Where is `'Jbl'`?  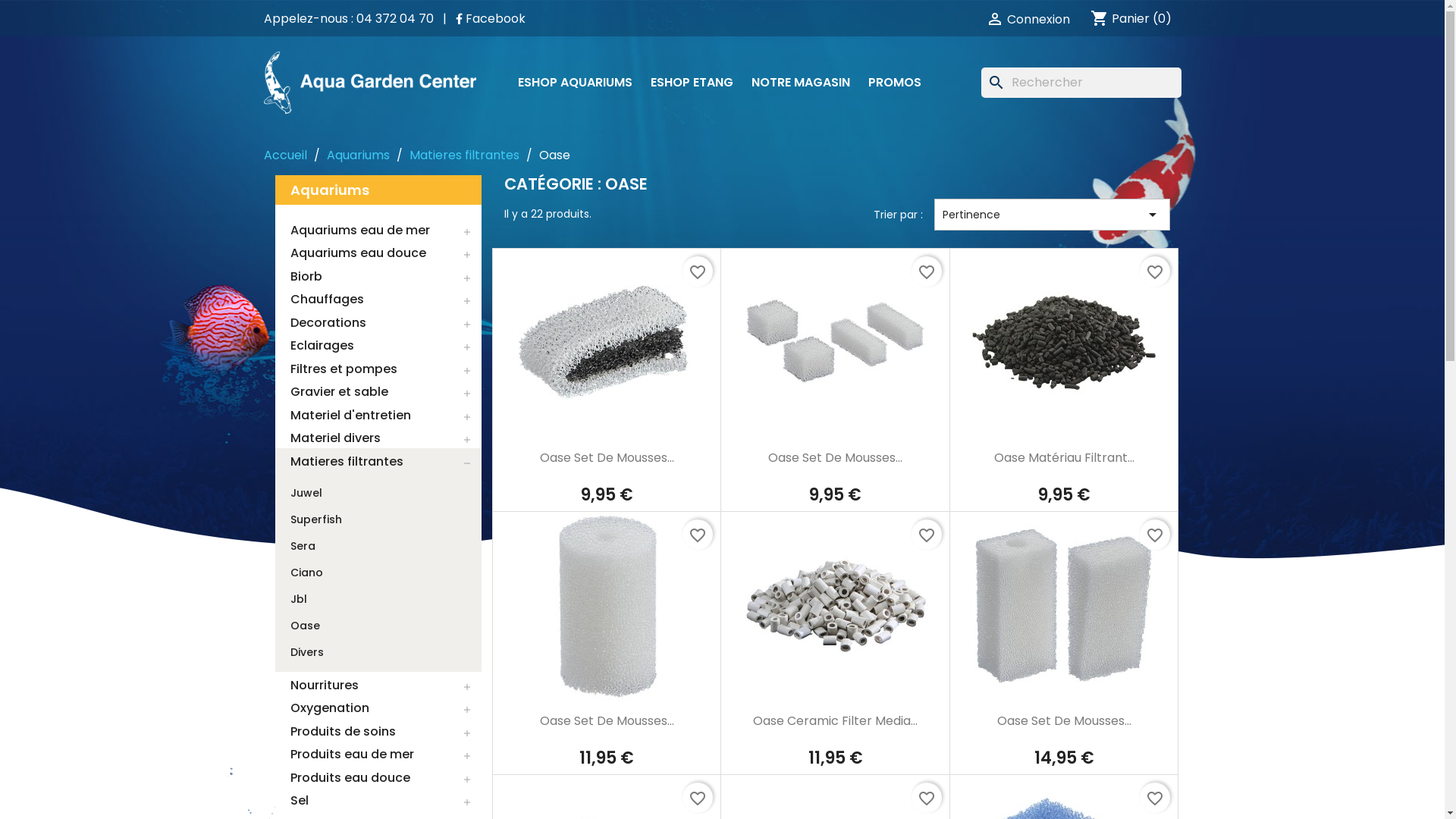
'Jbl' is located at coordinates (298, 598).